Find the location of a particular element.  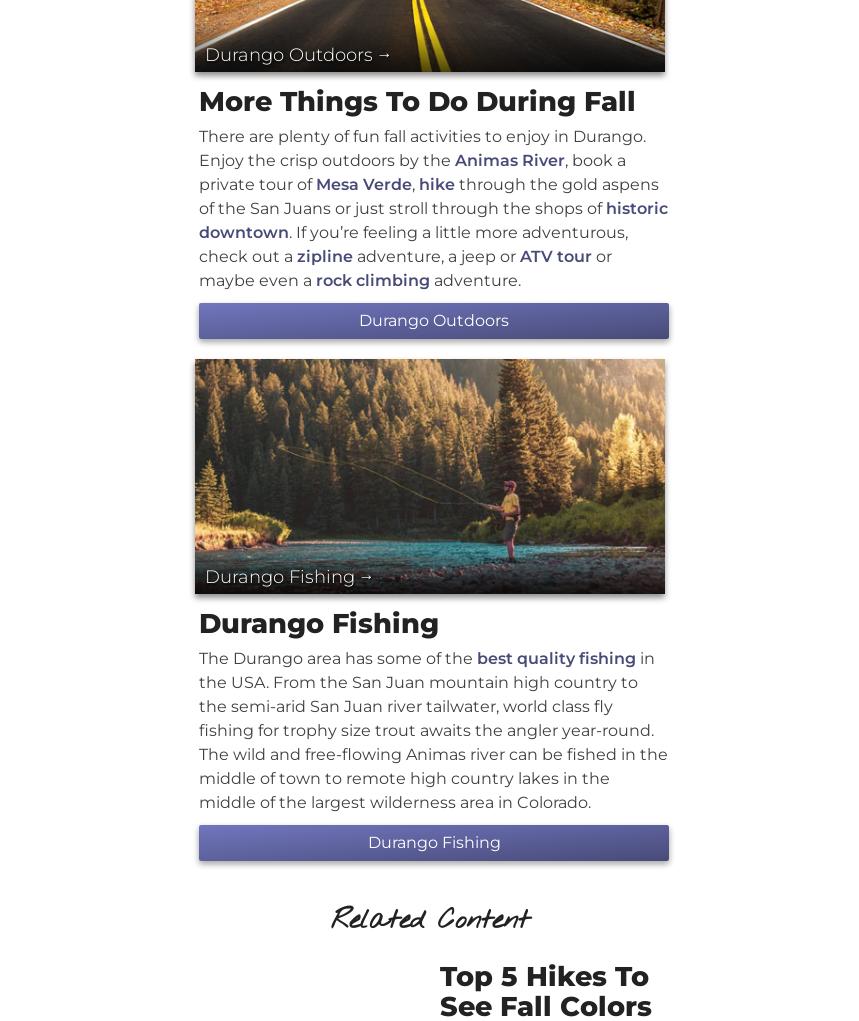

'zipline' is located at coordinates (324, 254).